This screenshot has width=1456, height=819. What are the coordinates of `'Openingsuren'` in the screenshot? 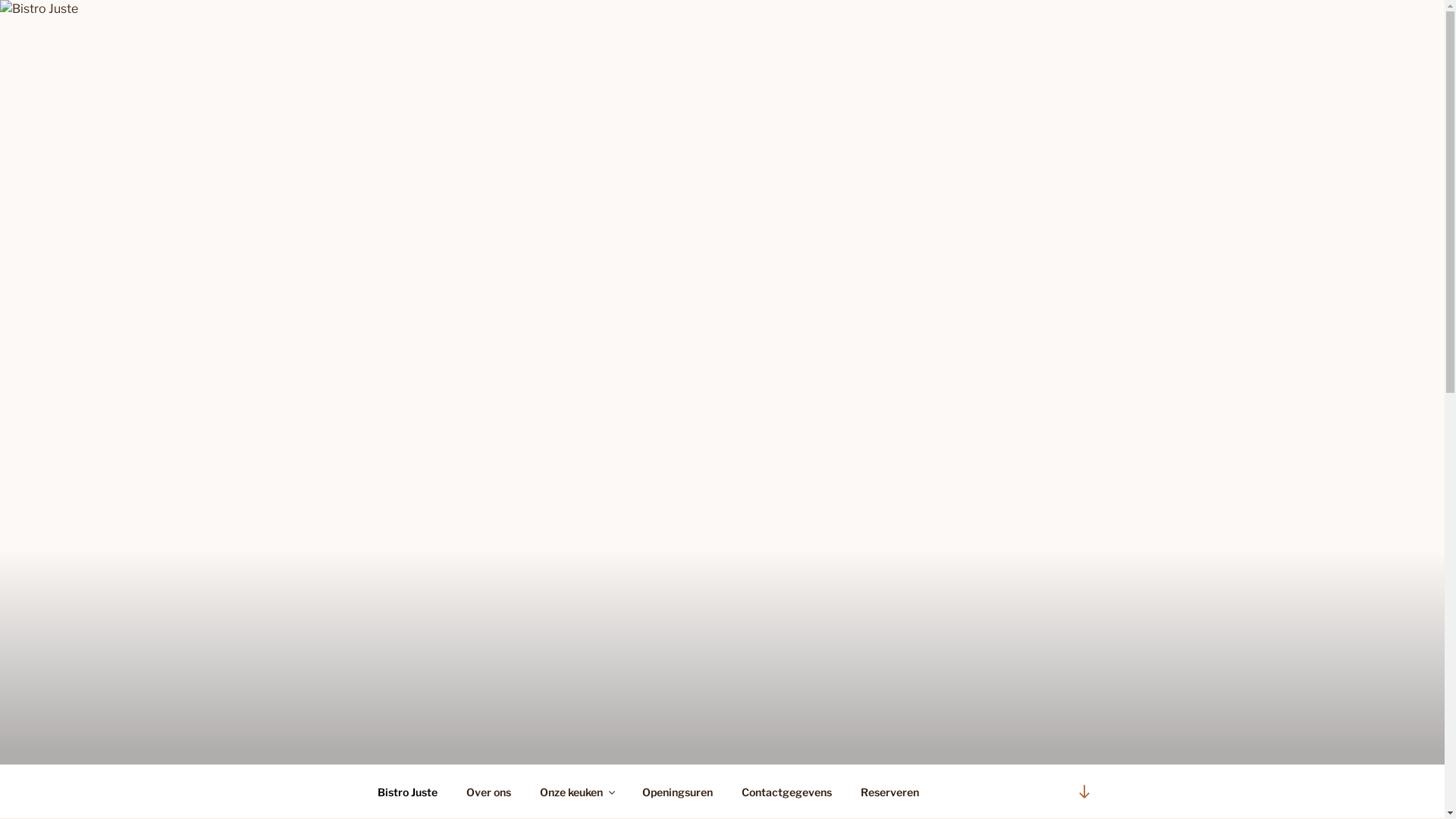 It's located at (629, 791).